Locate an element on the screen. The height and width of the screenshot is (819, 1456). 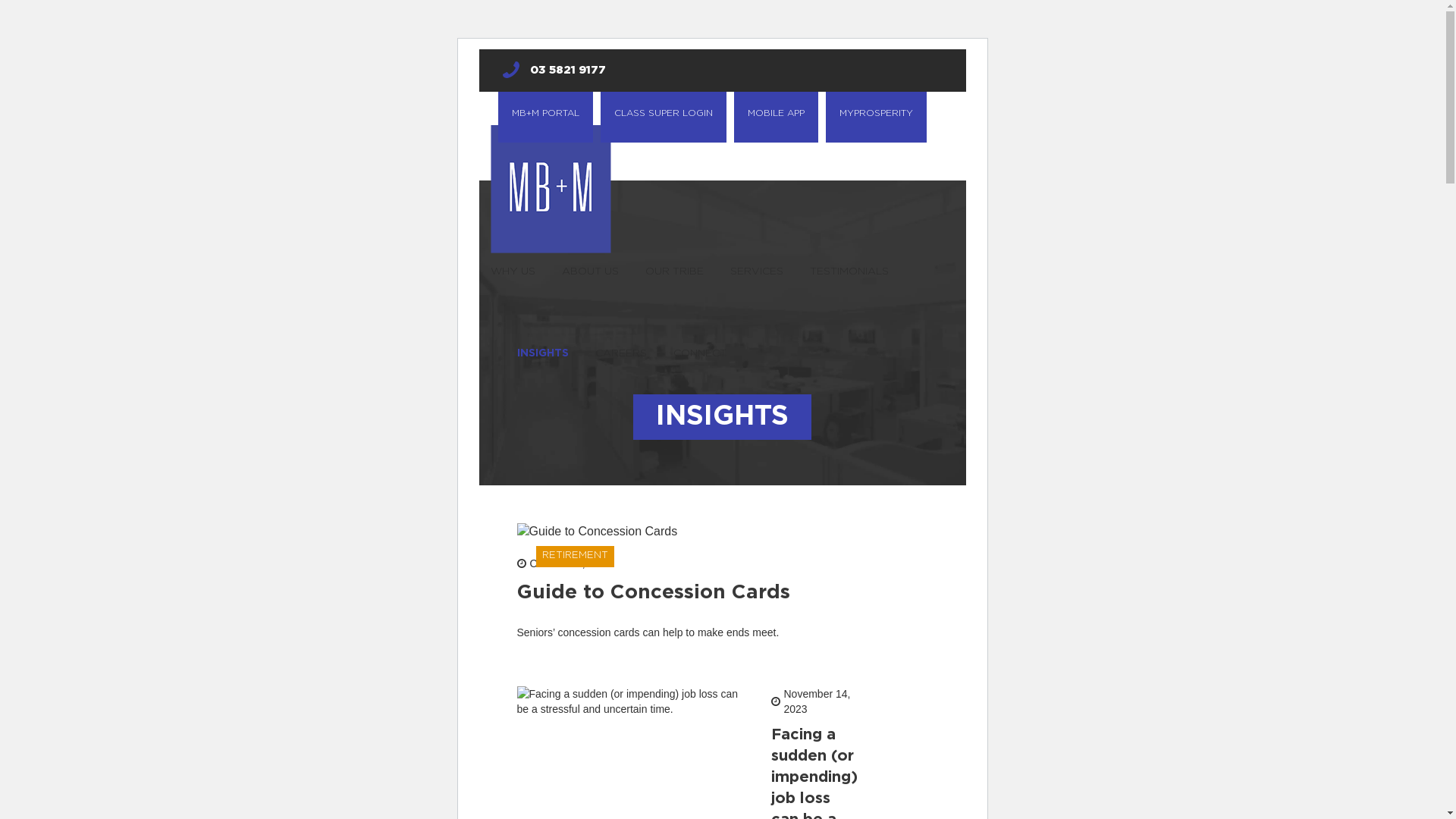
'Guide to Concession Cards' is located at coordinates (654, 591).